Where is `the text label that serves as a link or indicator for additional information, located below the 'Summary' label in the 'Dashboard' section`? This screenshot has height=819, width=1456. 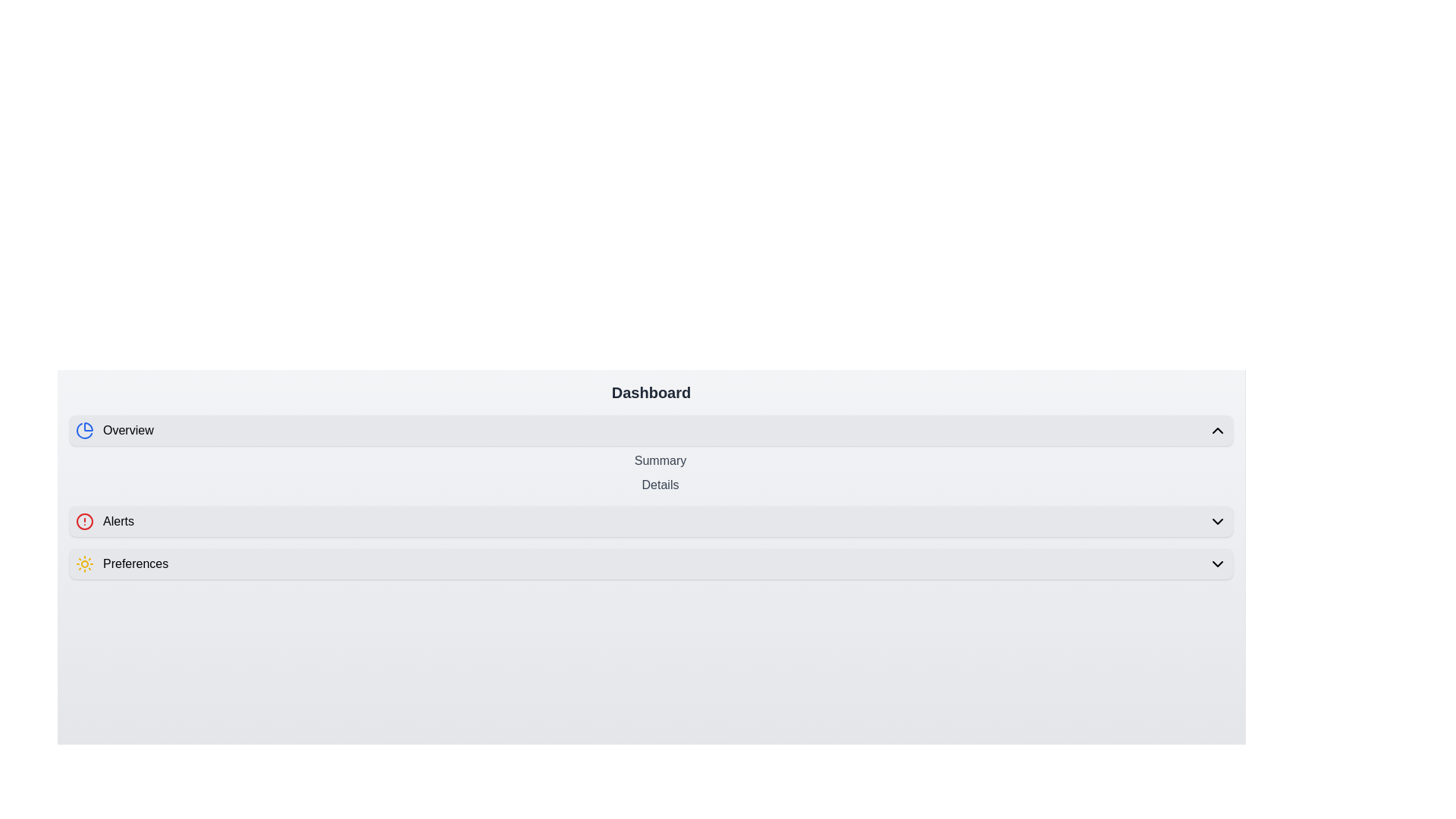 the text label that serves as a link or indicator for additional information, located below the 'Summary' label in the 'Dashboard' section is located at coordinates (660, 485).